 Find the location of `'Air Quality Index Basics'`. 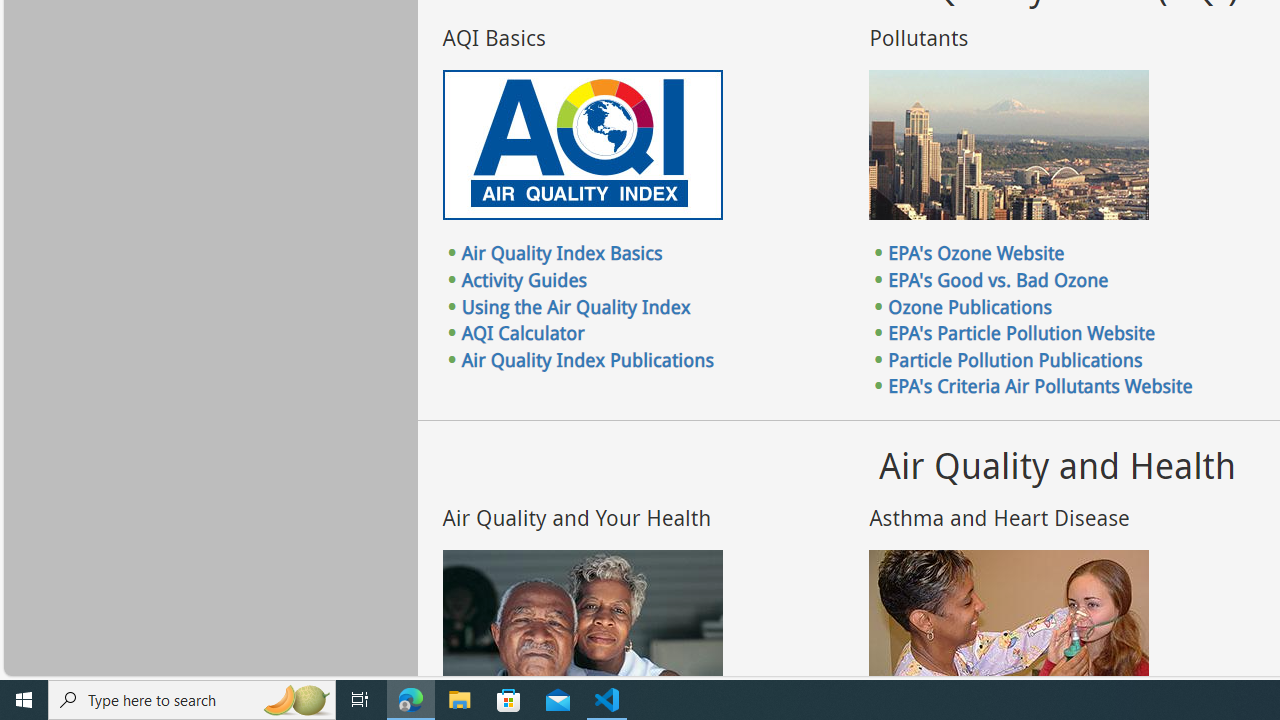

'Air Quality Index Basics' is located at coordinates (560, 252).